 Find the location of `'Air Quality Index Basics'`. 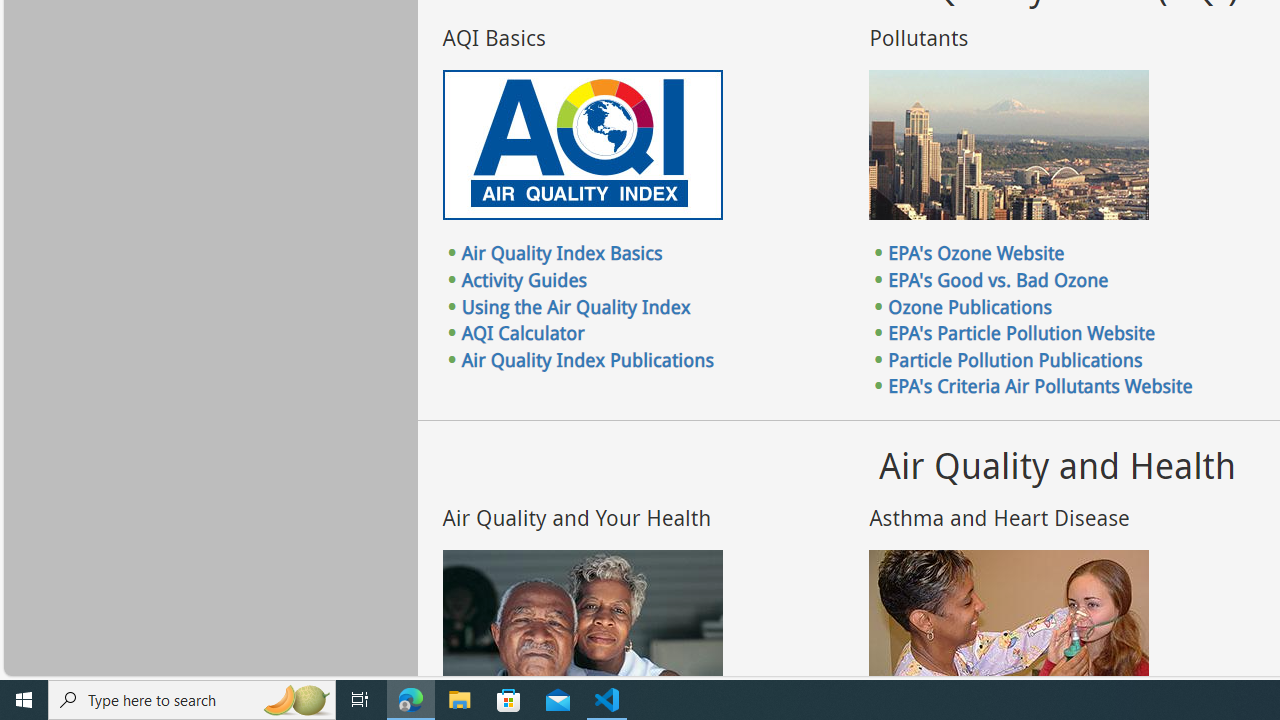

'Air Quality Index Basics' is located at coordinates (560, 252).